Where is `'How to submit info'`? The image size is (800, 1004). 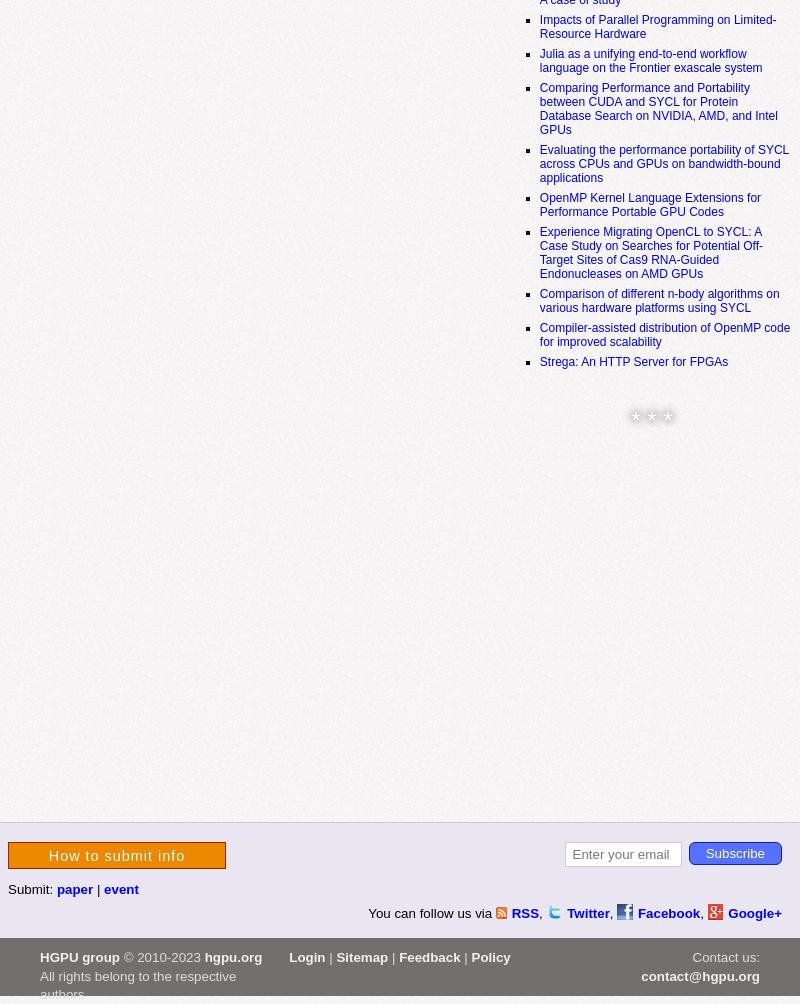 'How to submit info' is located at coordinates (47, 855).